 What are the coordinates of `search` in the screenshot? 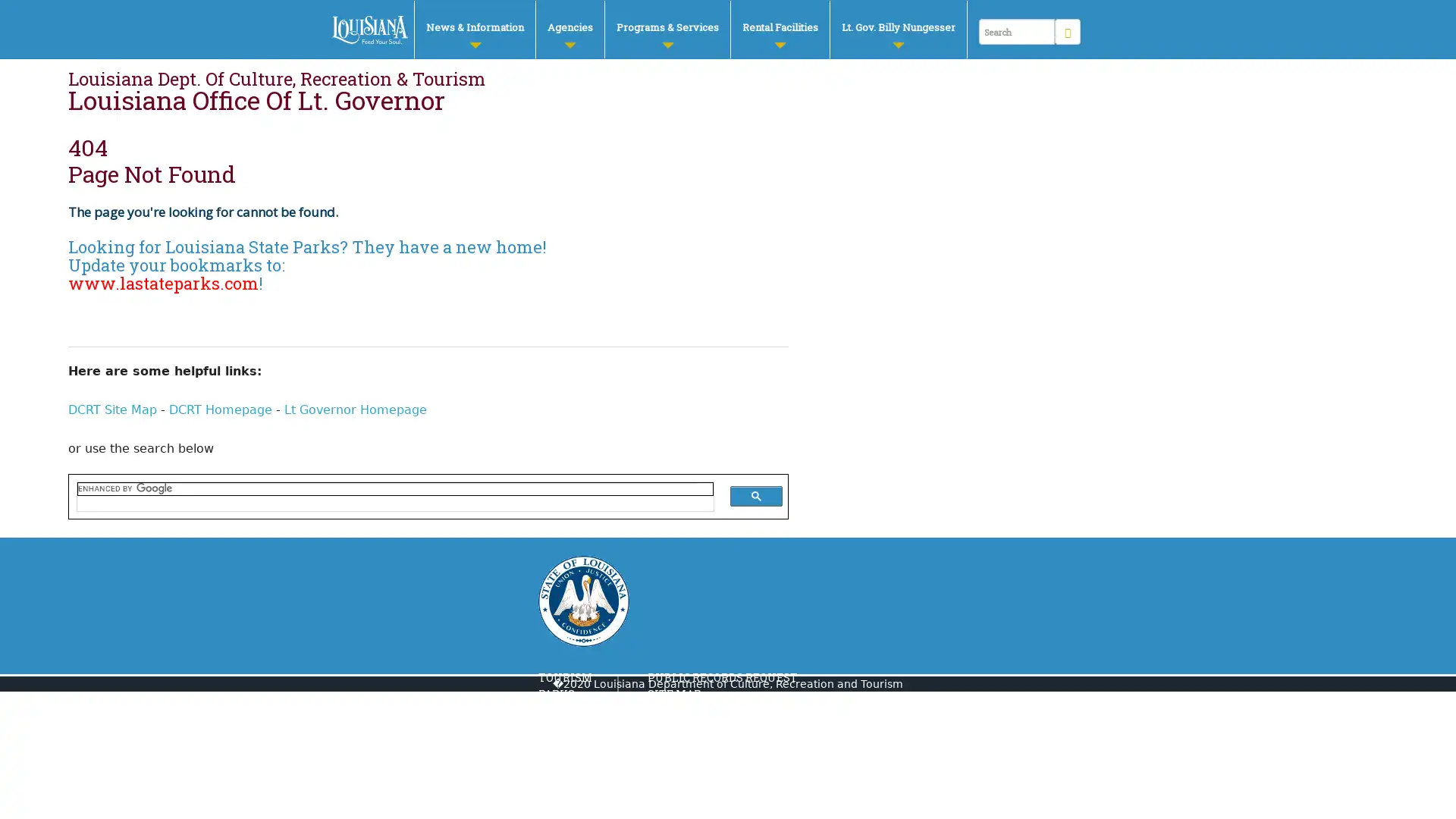 It's located at (755, 496).